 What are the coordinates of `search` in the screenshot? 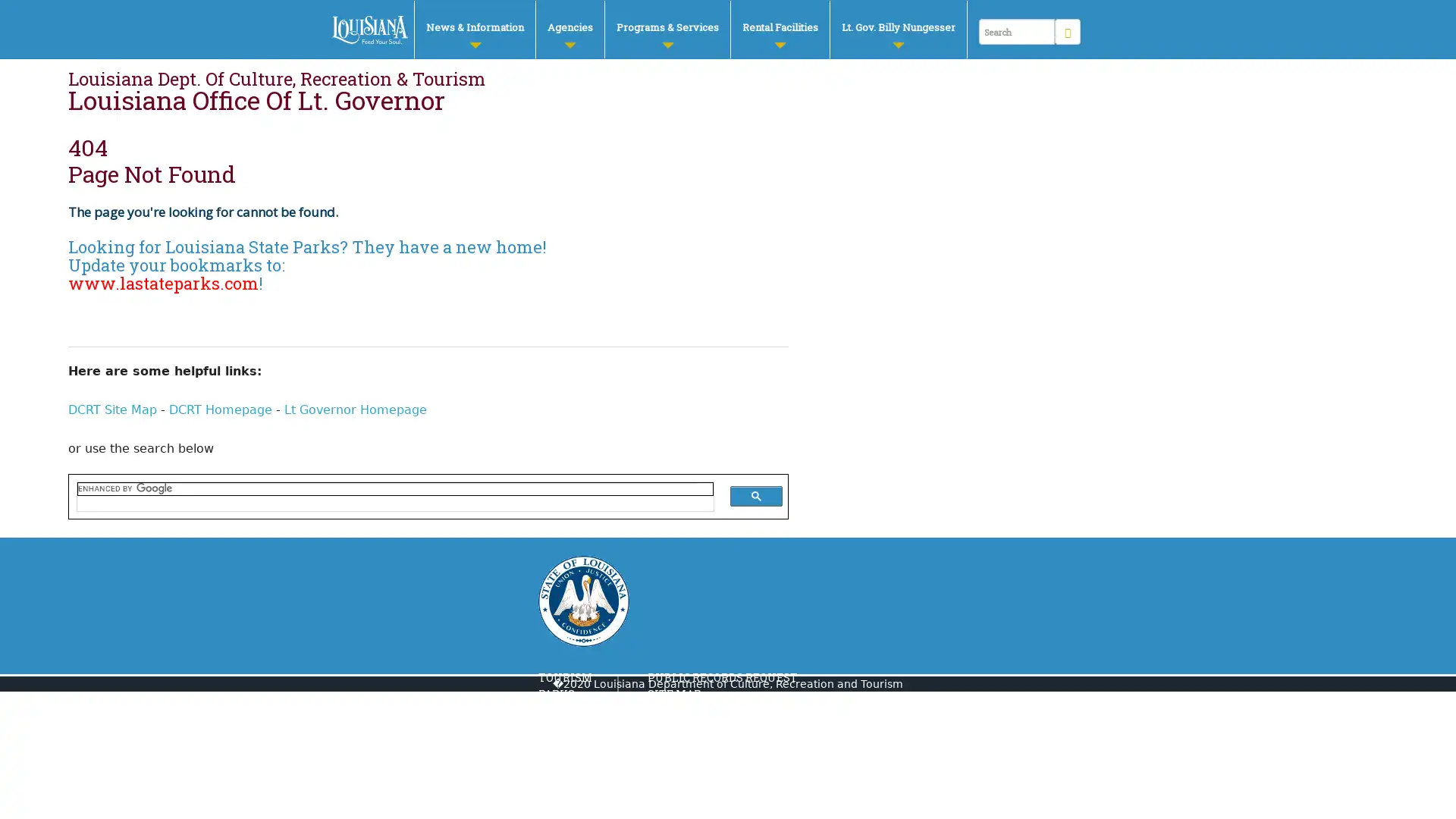 It's located at (755, 496).